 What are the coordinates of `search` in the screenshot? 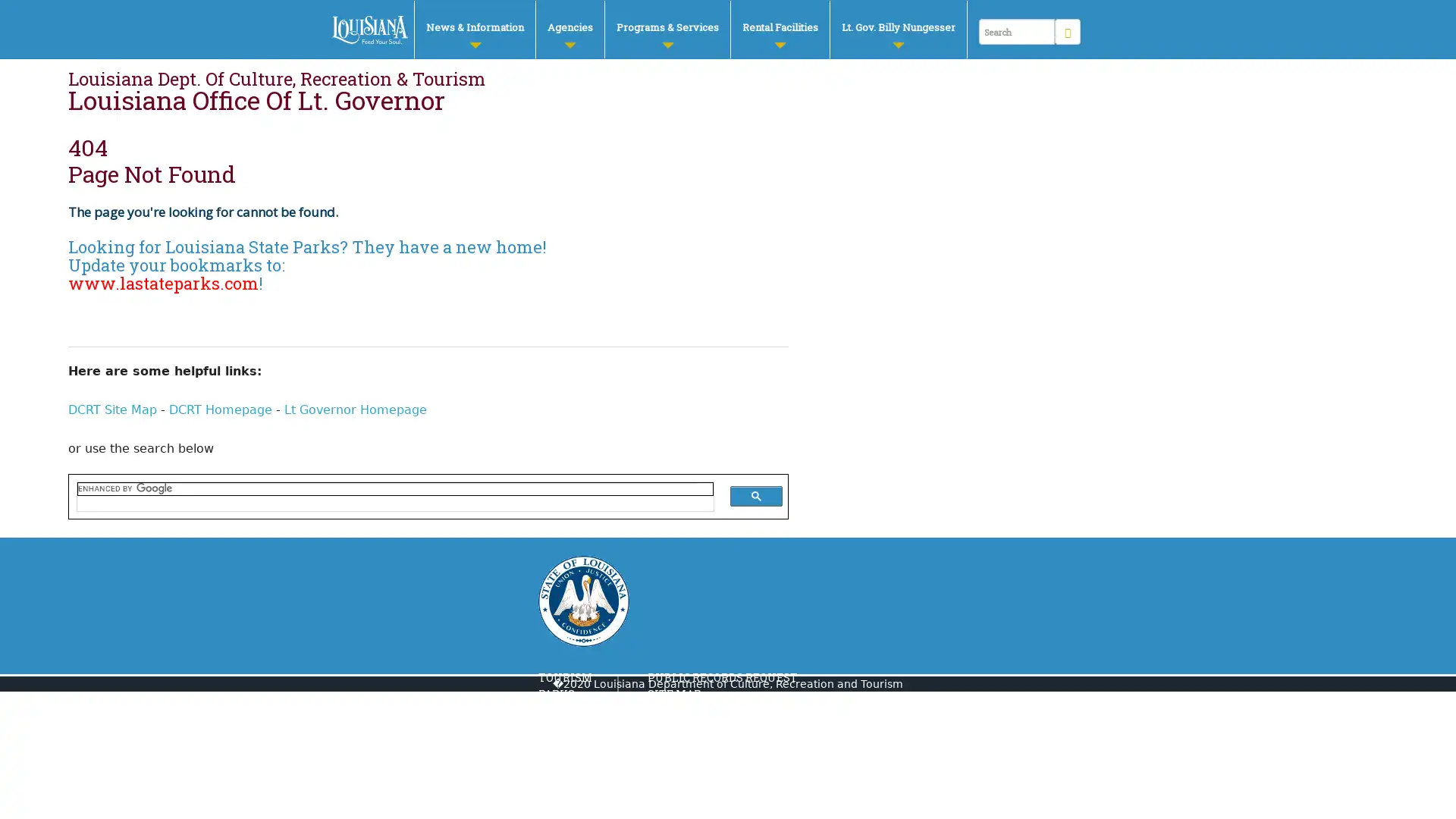 It's located at (755, 496).